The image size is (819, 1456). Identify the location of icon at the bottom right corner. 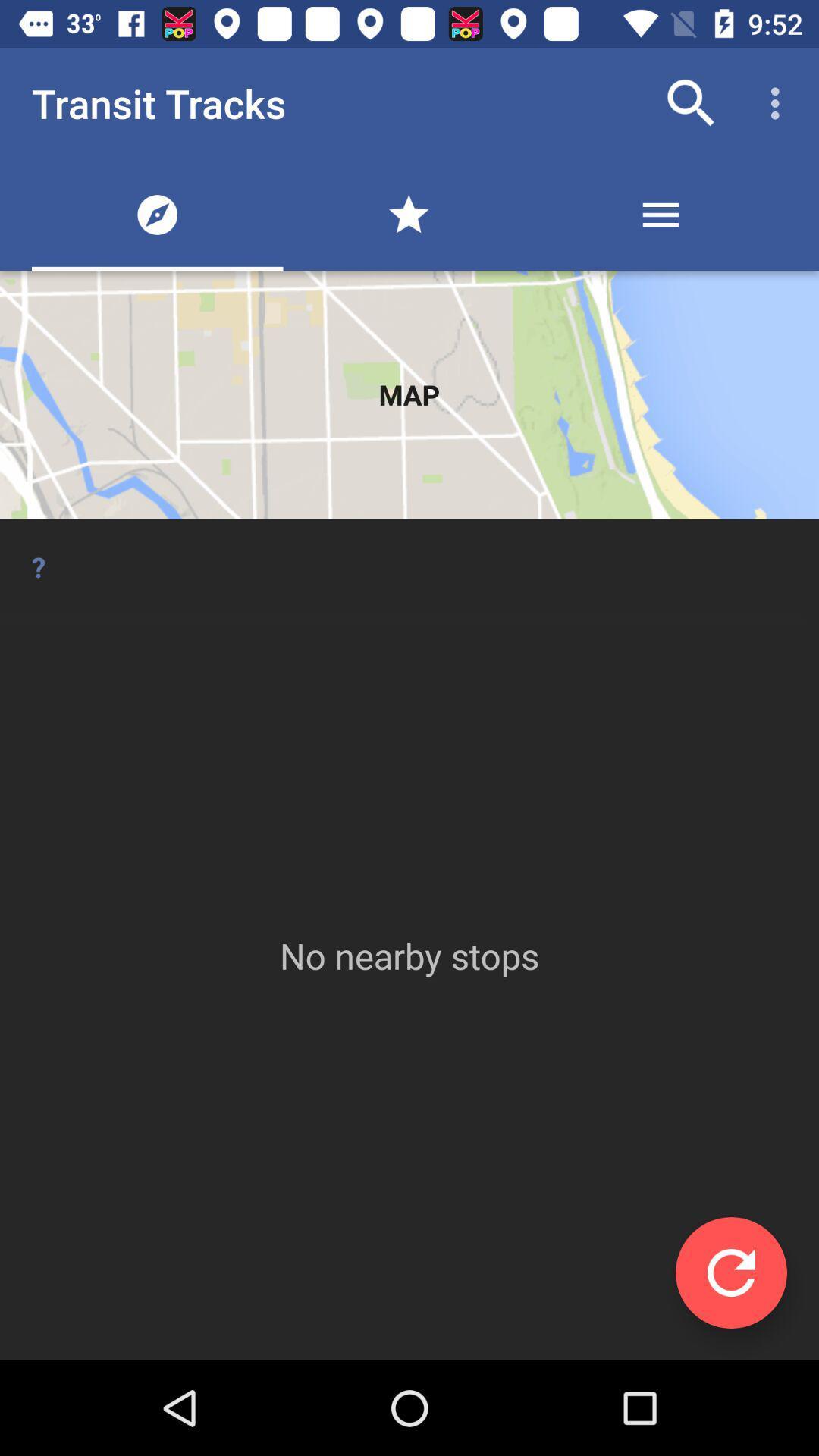
(730, 1272).